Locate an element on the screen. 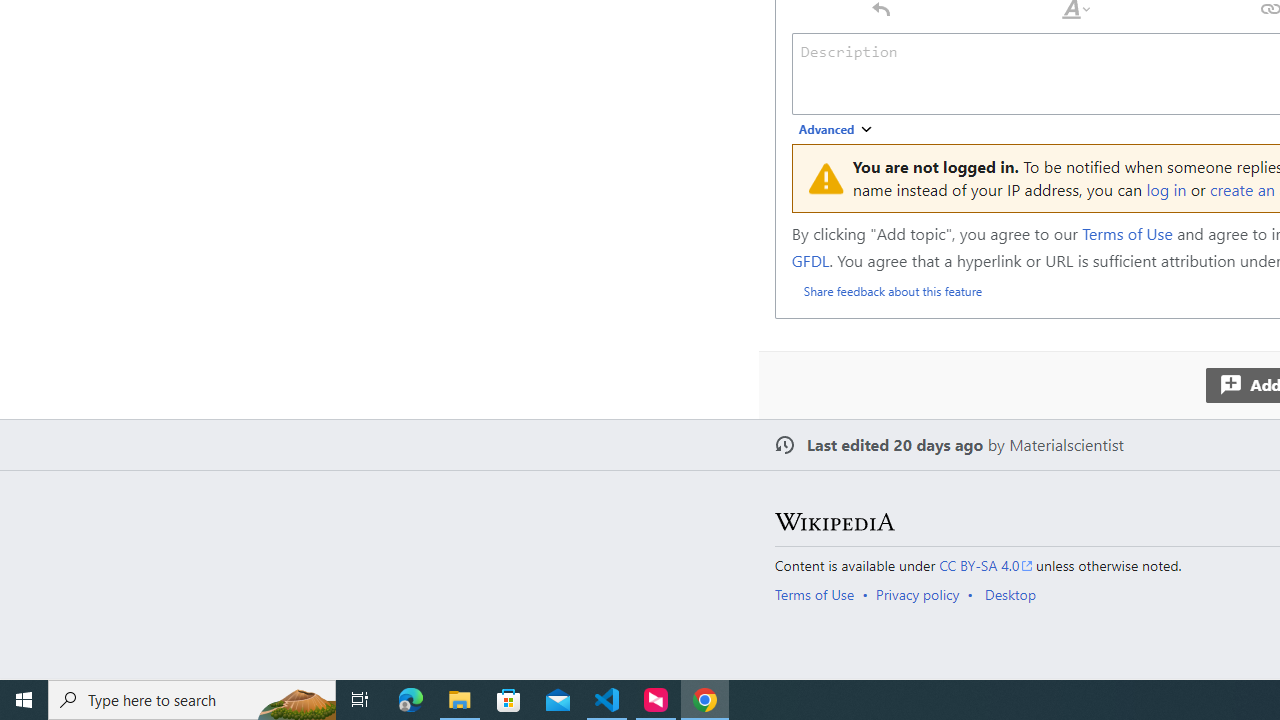 The height and width of the screenshot is (720, 1280). 'CC BY-SA 4.0' is located at coordinates (986, 565).